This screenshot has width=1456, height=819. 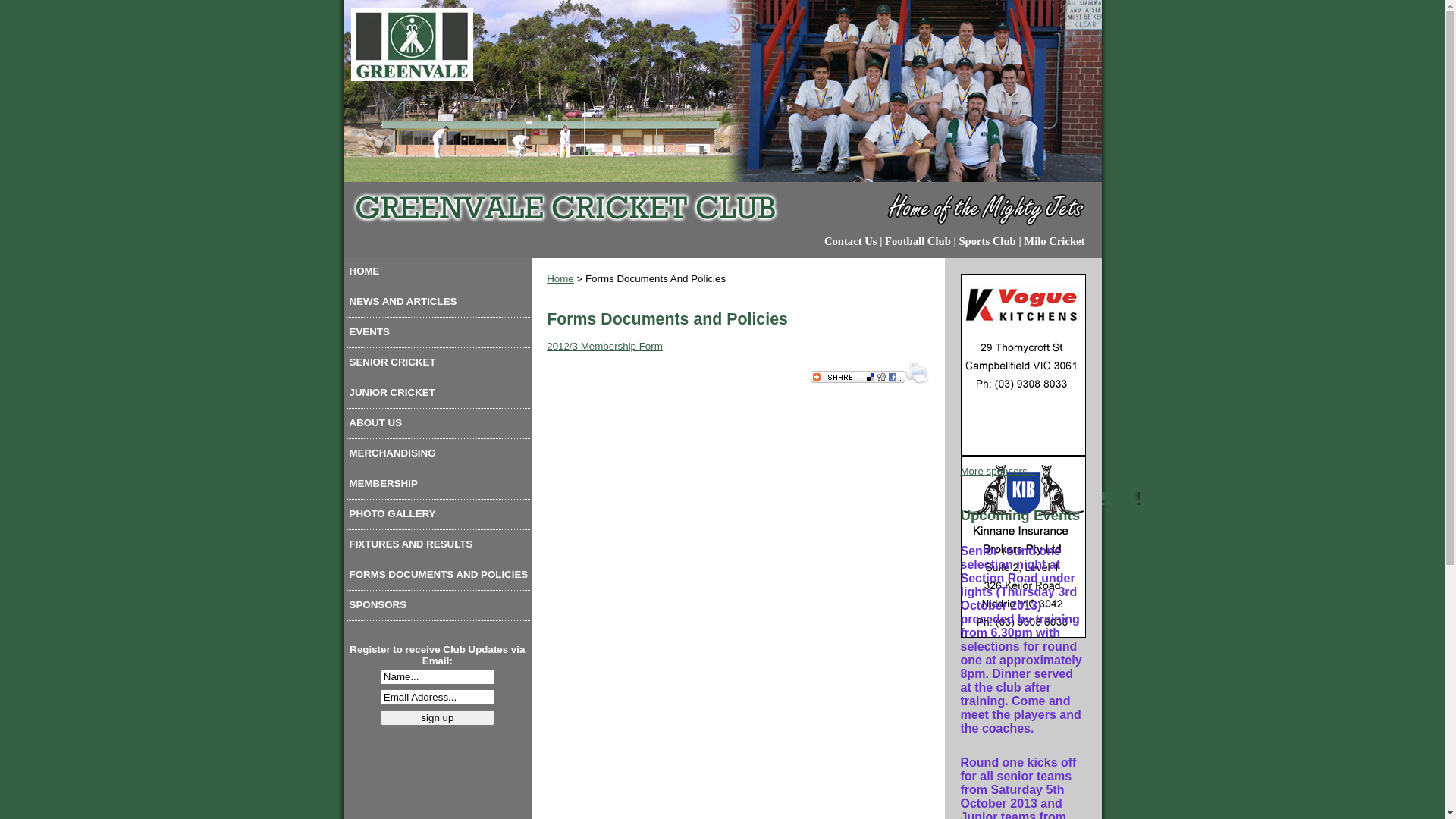 What do you see at coordinates (438, 275) in the screenshot?
I see `'HOME'` at bounding box center [438, 275].